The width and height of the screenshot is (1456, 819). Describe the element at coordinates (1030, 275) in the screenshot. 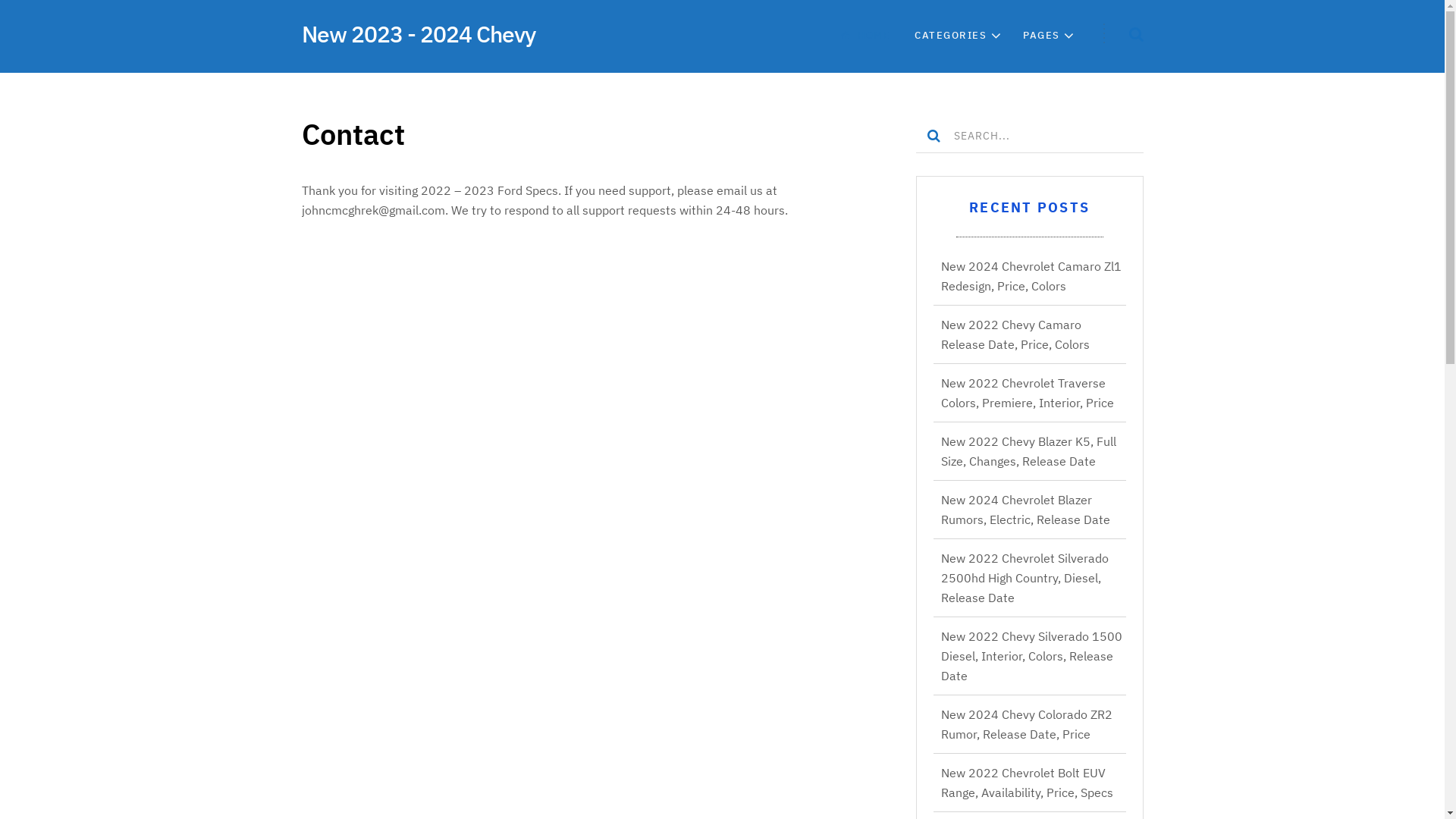

I see `'New 2024 Chevrolet Camaro Zl1 Redesign, Price, Colors'` at that location.